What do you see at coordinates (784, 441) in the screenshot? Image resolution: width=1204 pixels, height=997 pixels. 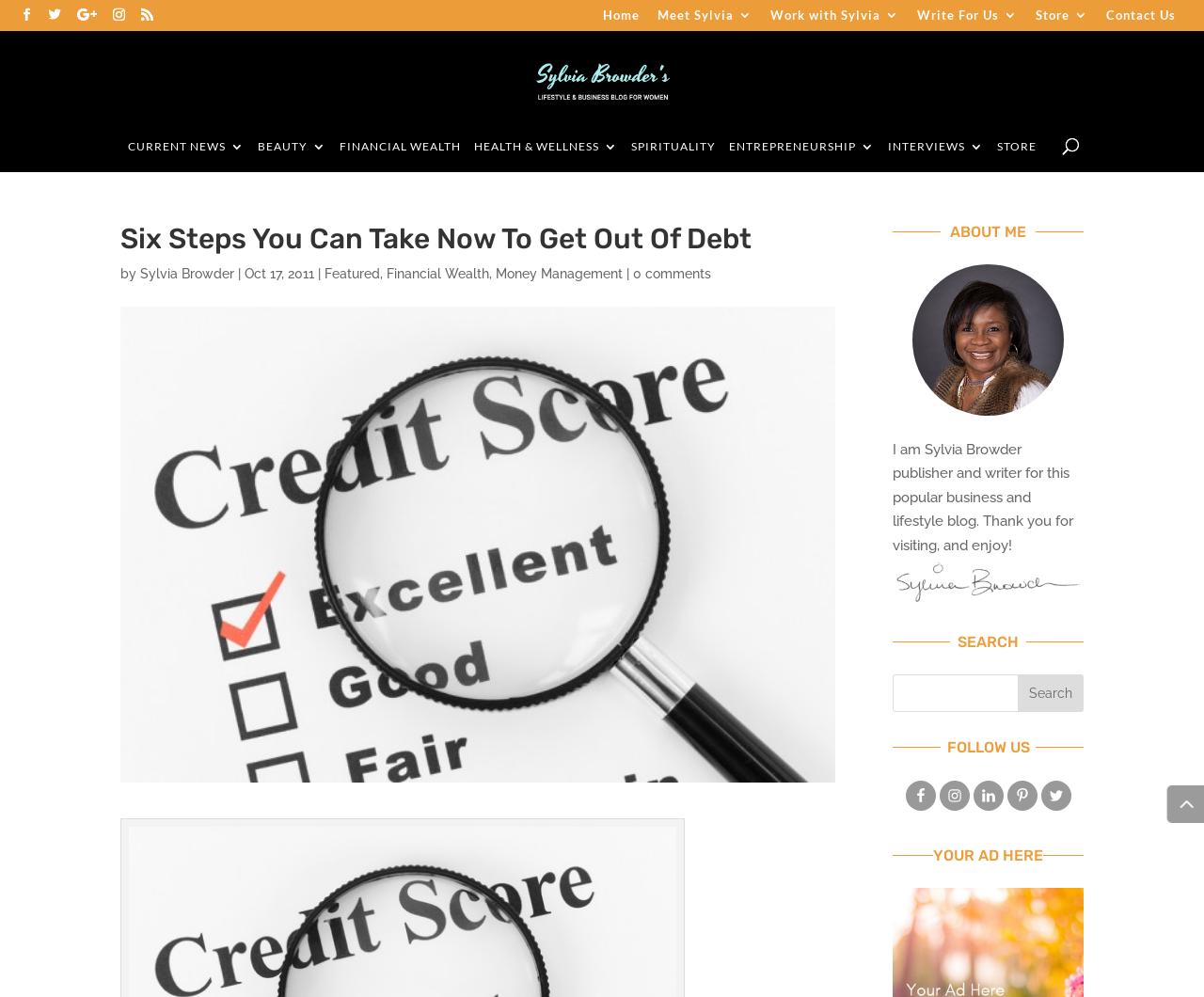 I see `'Leadership'` at bounding box center [784, 441].